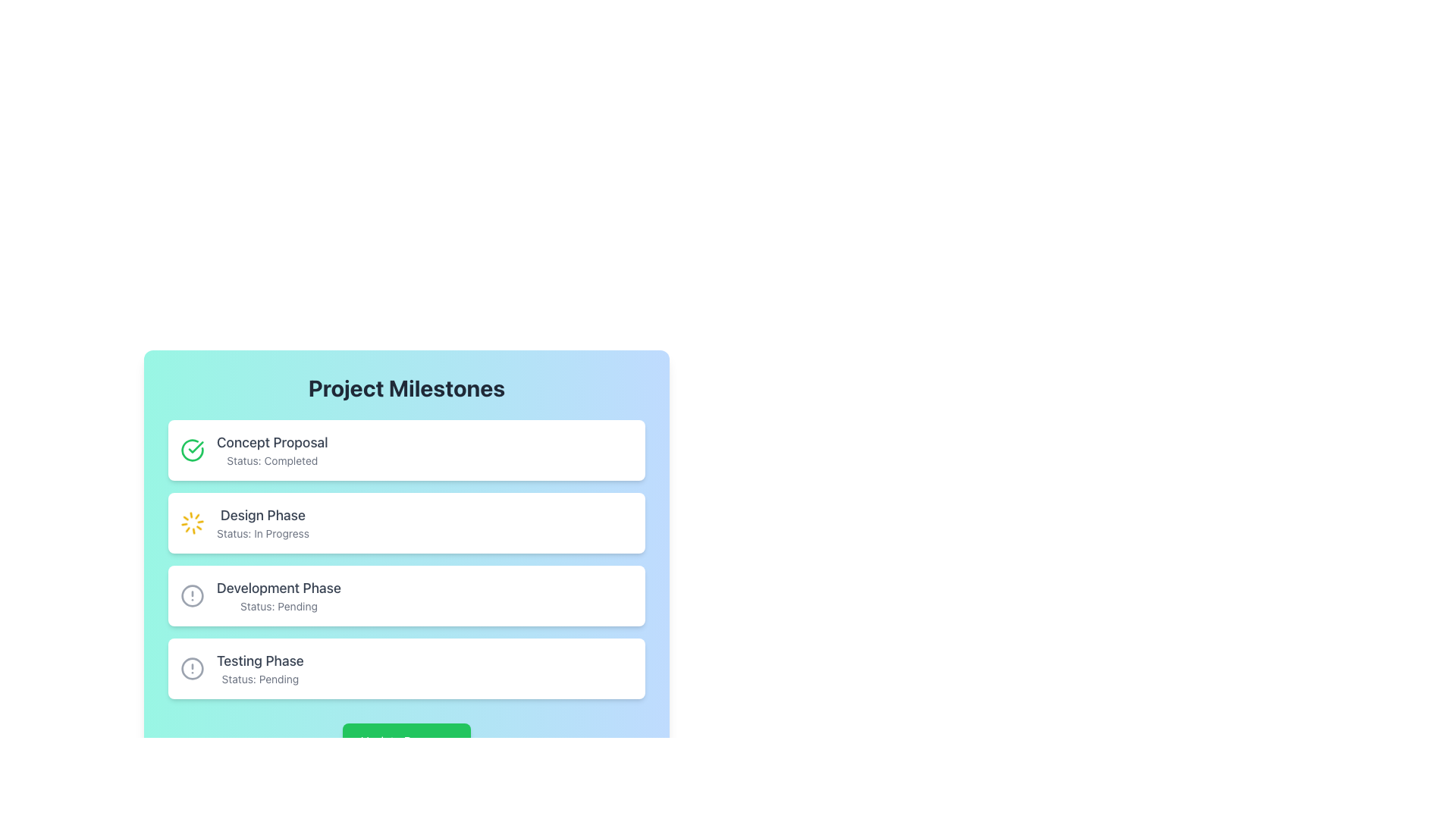 This screenshot has width=1456, height=819. What do you see at coordinates (192, 450) in the screenshot?
I see `the status indicator icon for the 'Concept Proposal' milestone, which is located to the left of the text 'Concept Proposal' and 'Status: Completed'` at bounding box center [192, 450].